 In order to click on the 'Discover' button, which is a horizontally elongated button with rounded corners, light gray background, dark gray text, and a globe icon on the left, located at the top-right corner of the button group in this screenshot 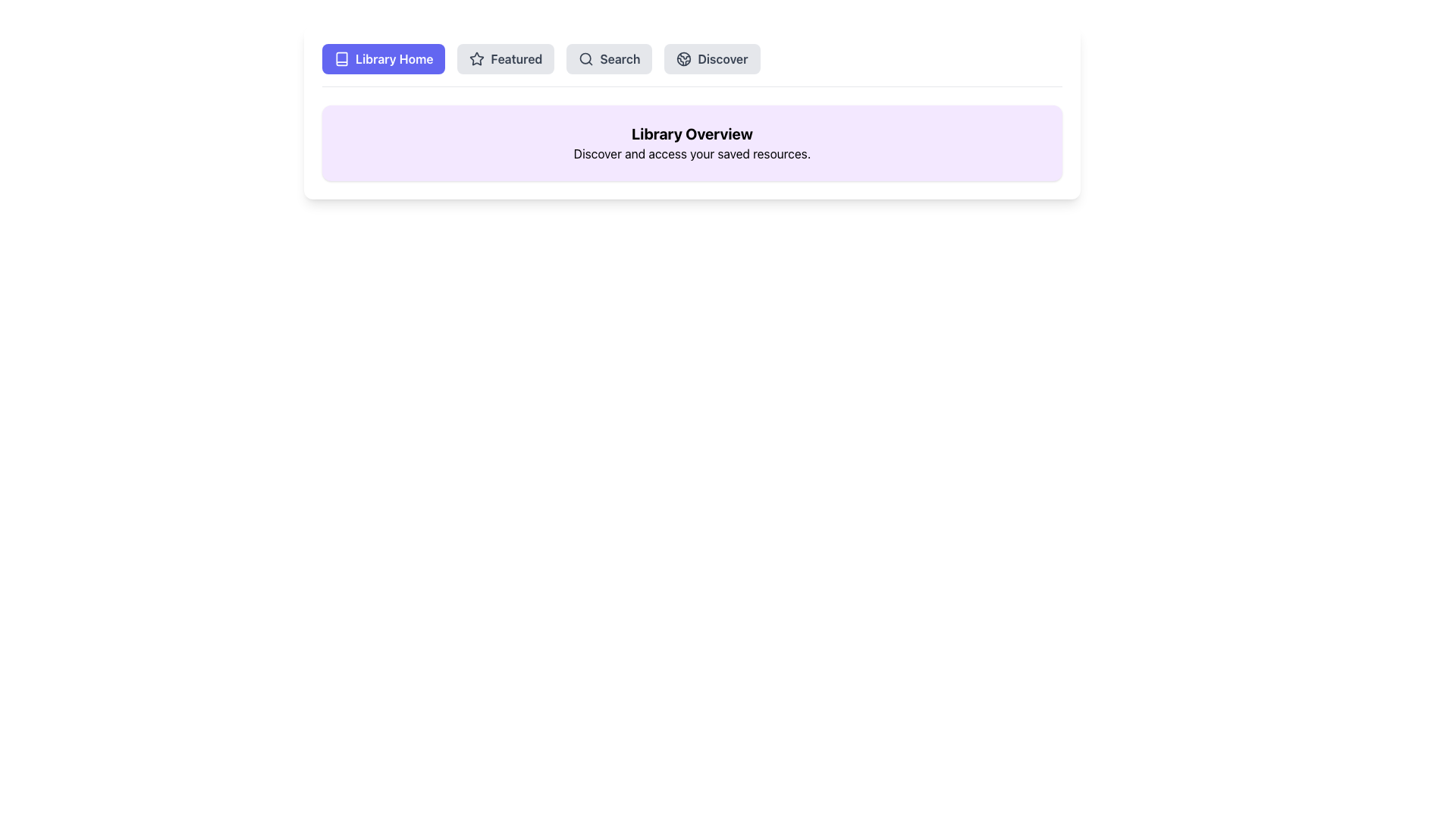, I will do `click(711, 58)`.